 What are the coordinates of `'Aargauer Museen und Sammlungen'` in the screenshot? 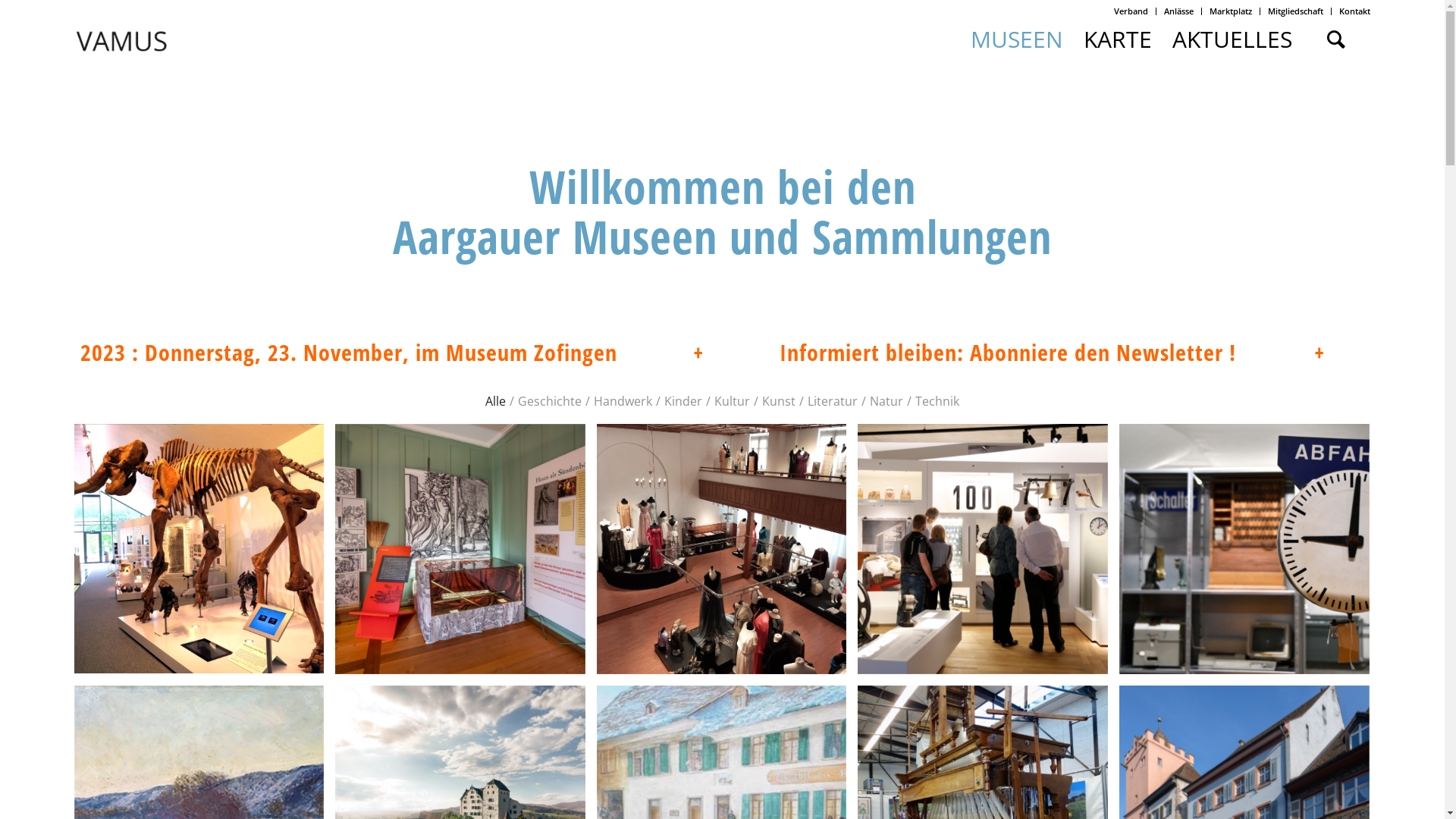 It's located at (721, 237).